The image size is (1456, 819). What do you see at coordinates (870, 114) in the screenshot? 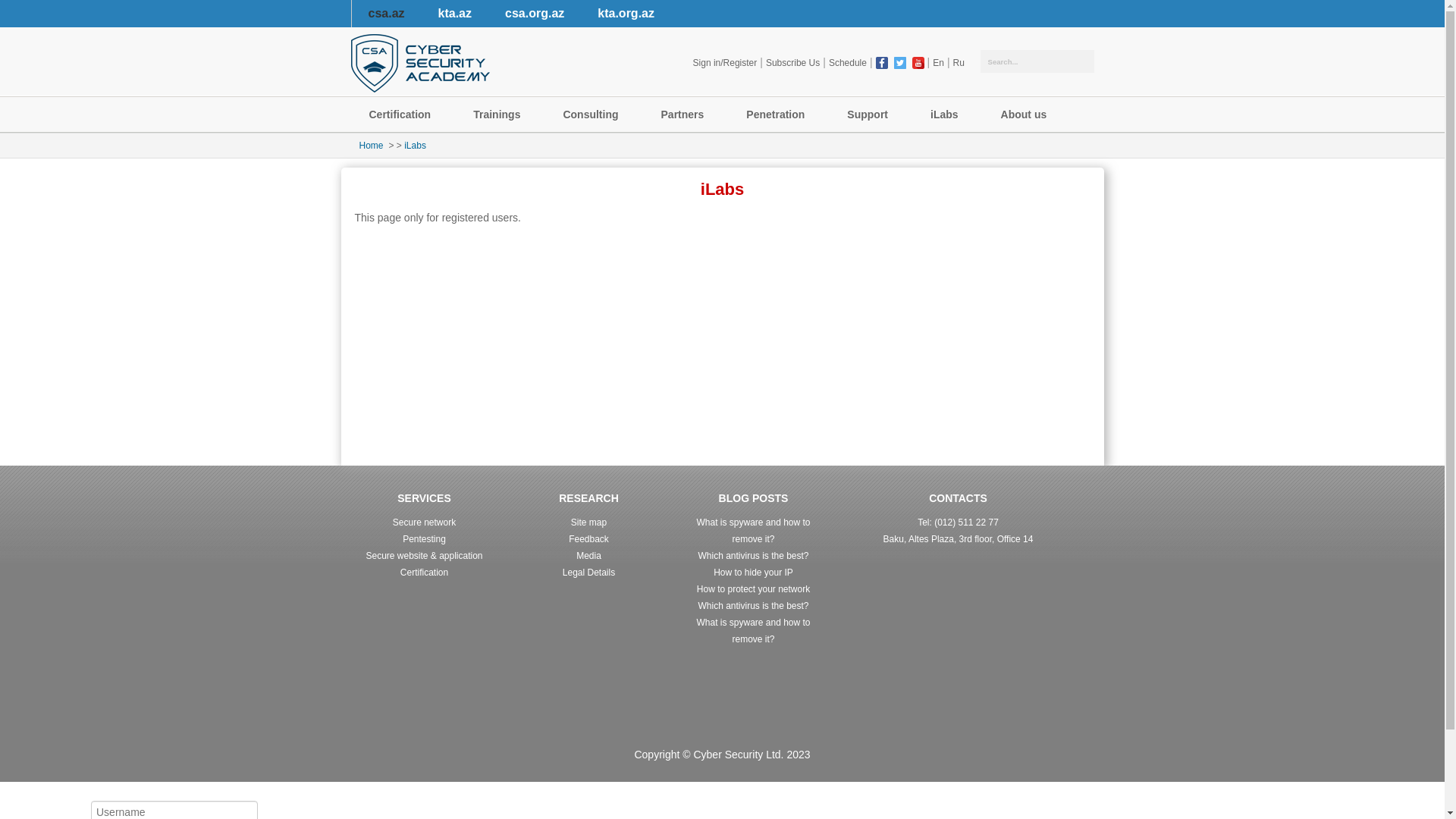
I see `'Support'` at bounding box center [870, 114].